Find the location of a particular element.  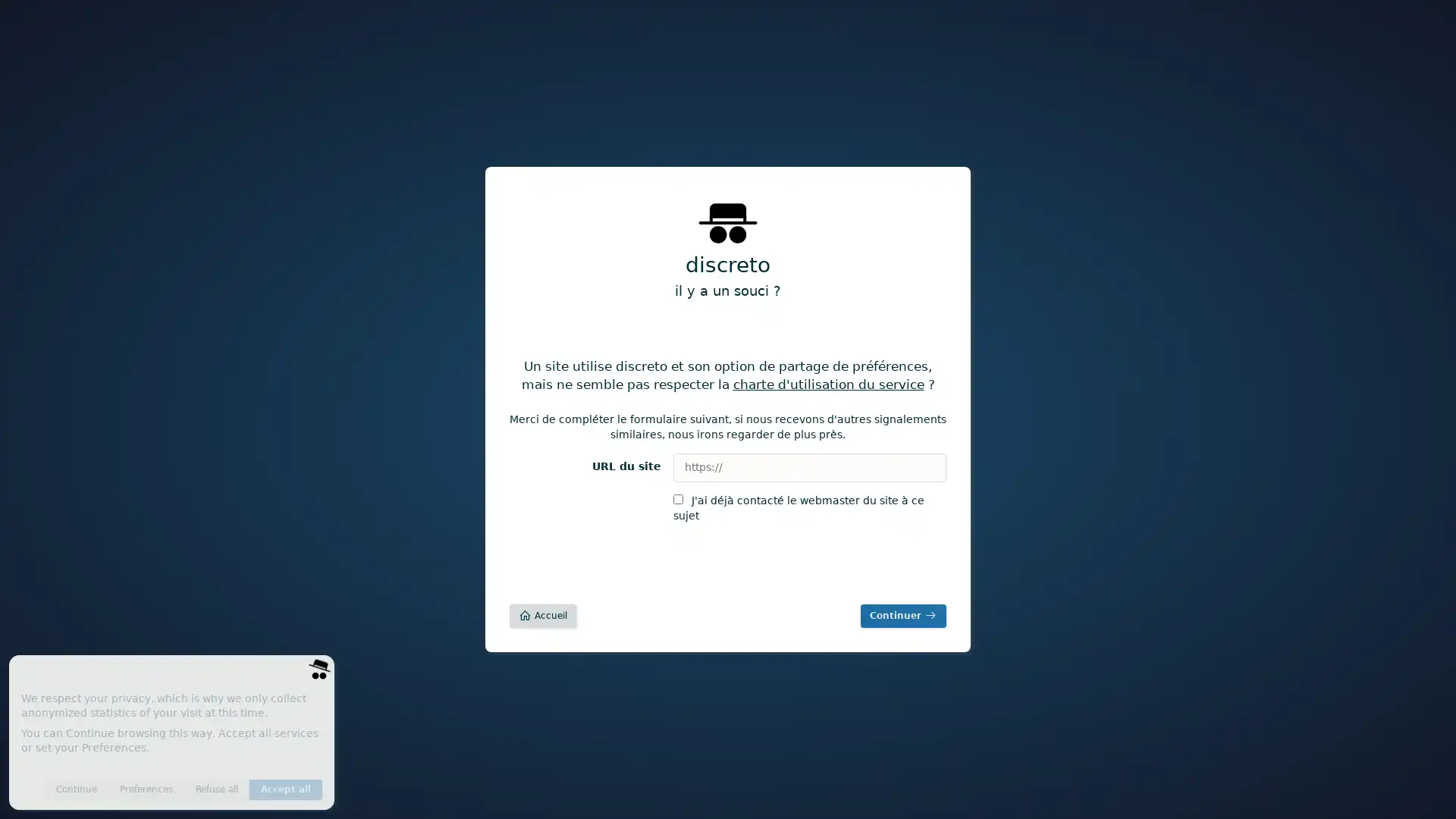

Accept all is located at coordinates (286, 789).